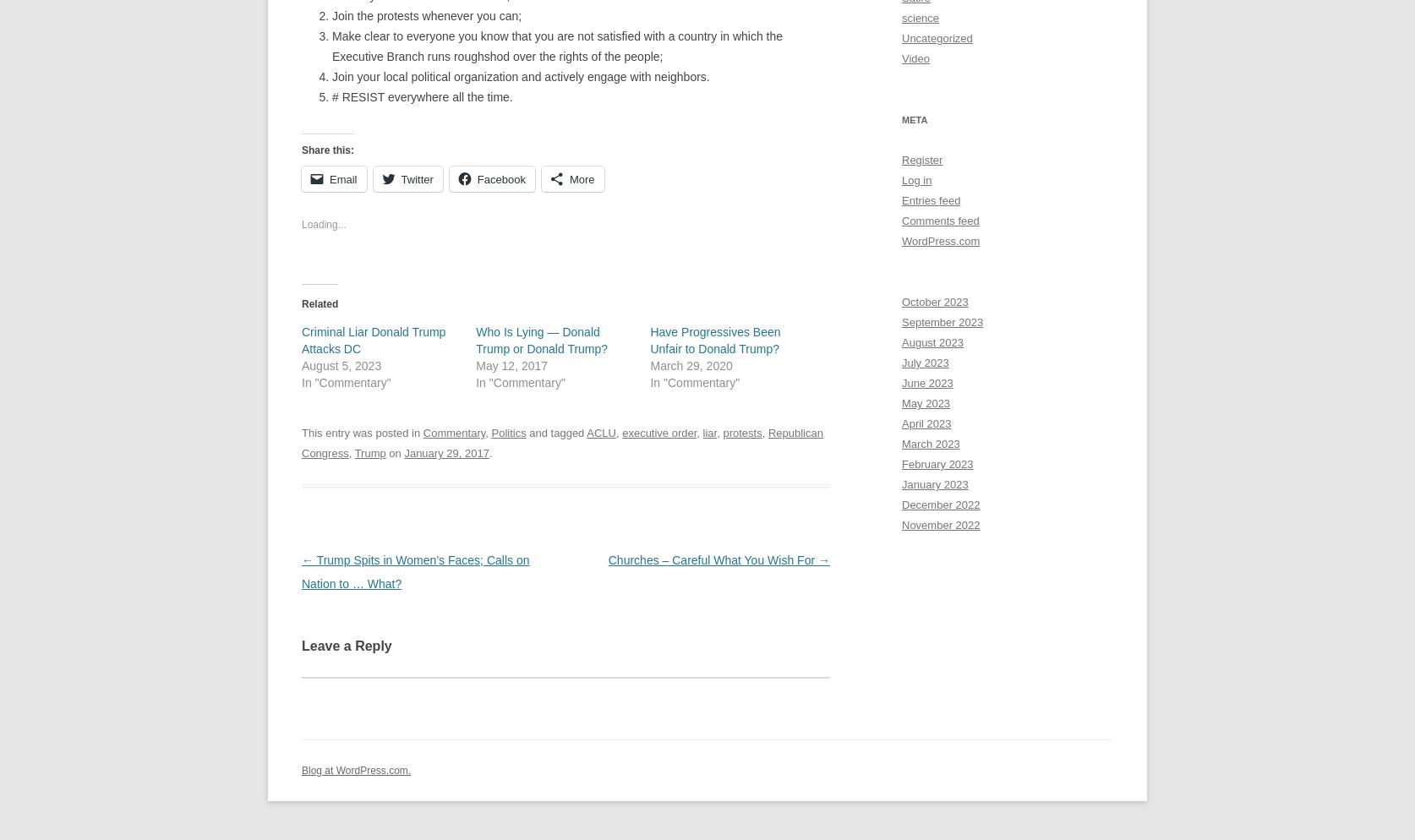 This screenshot has height=840, width=1415. What do you see at coordinates (557, 44) in the screenshot?
I see `'Make clear to everyone you know that you are not satisfied with a country in which the Executive Branch runs roughshod over the rights of the people;'` at bounding box center [557, 44].